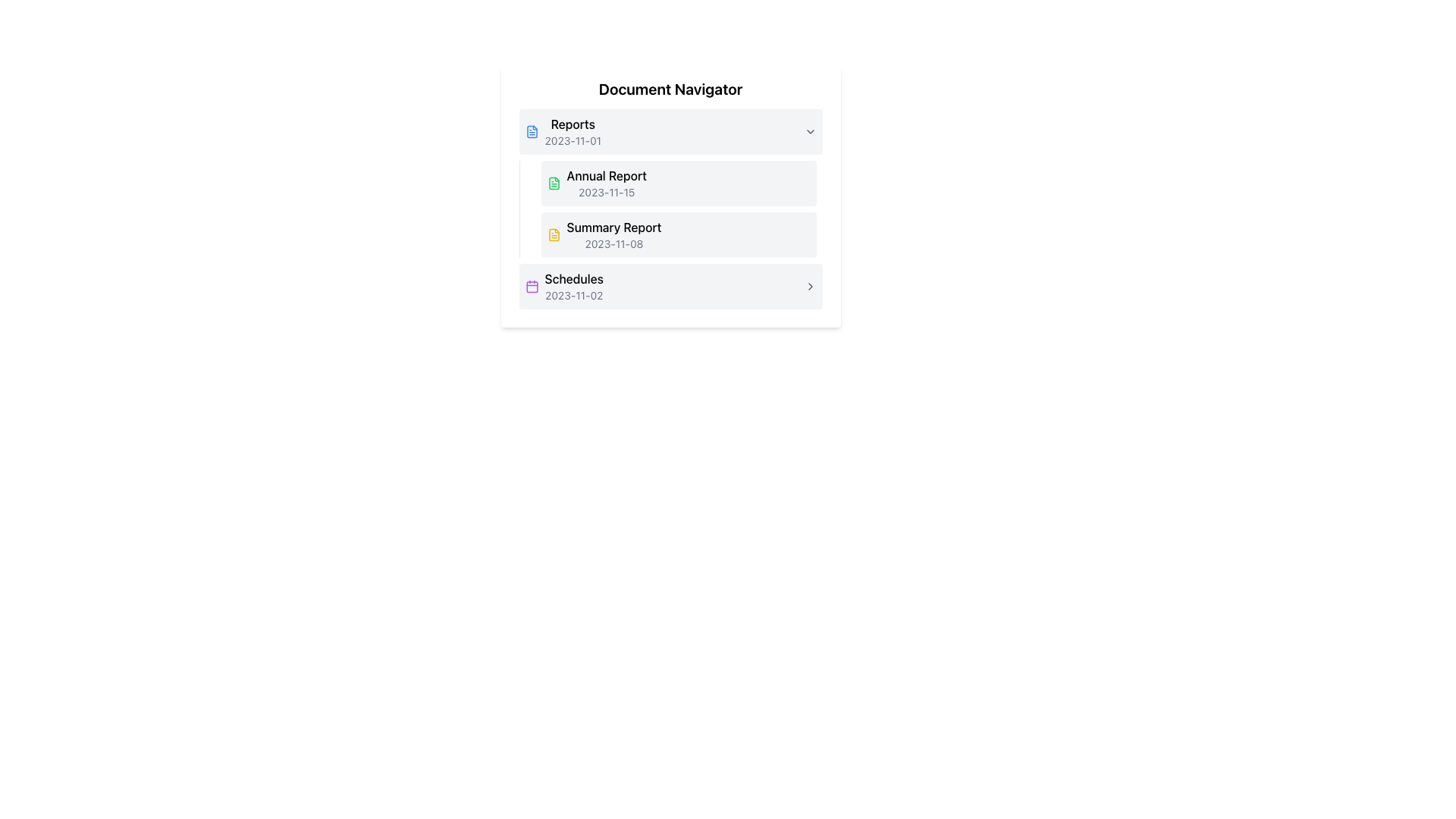 The width and height of the screenshot is (1456, 819). I want to click on the calendar icon located within the 'Schedules' section of the 'Document Navigator' interface, so click(532, 287).